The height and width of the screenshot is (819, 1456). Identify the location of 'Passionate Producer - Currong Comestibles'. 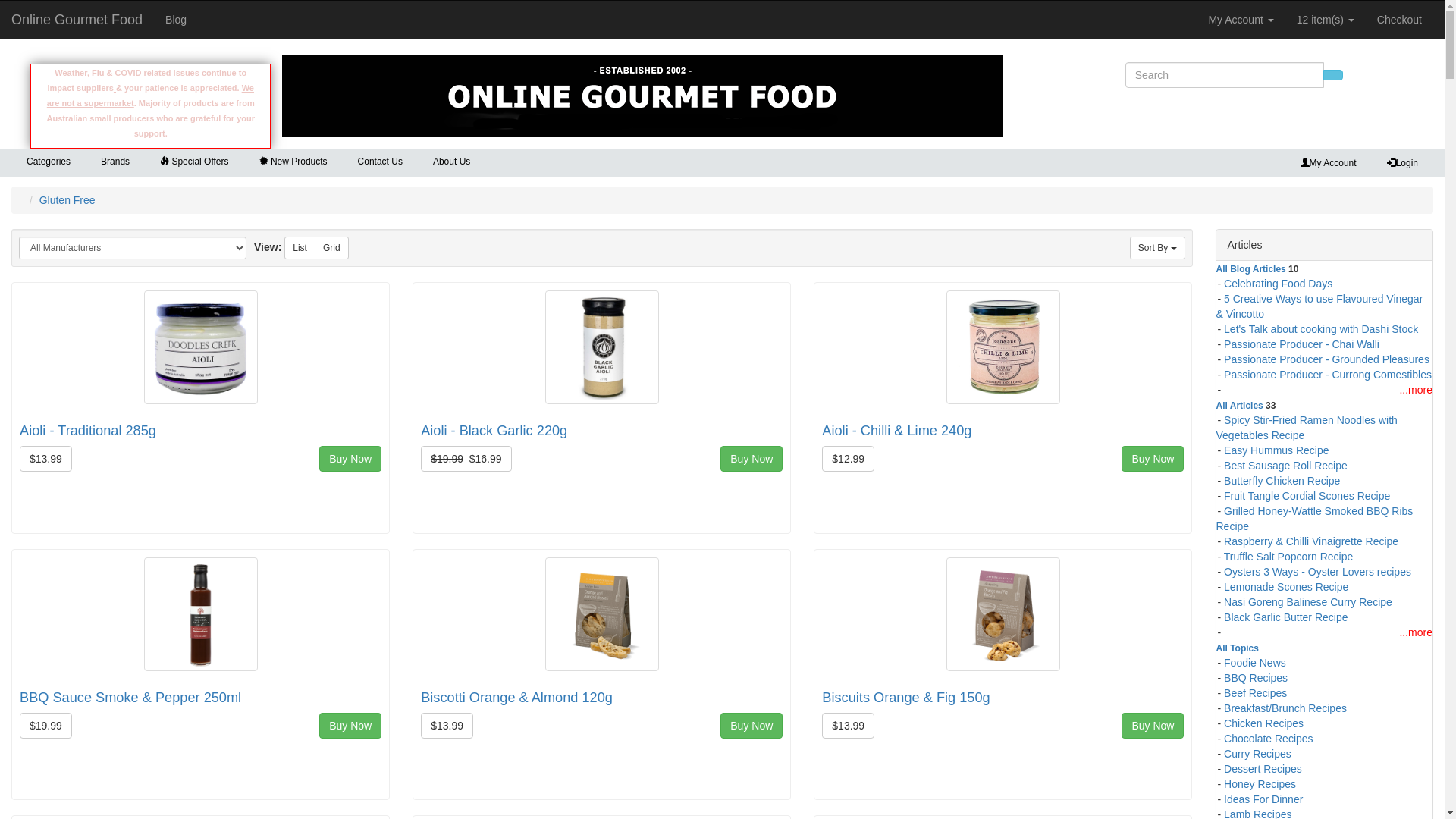
(1327, 373).